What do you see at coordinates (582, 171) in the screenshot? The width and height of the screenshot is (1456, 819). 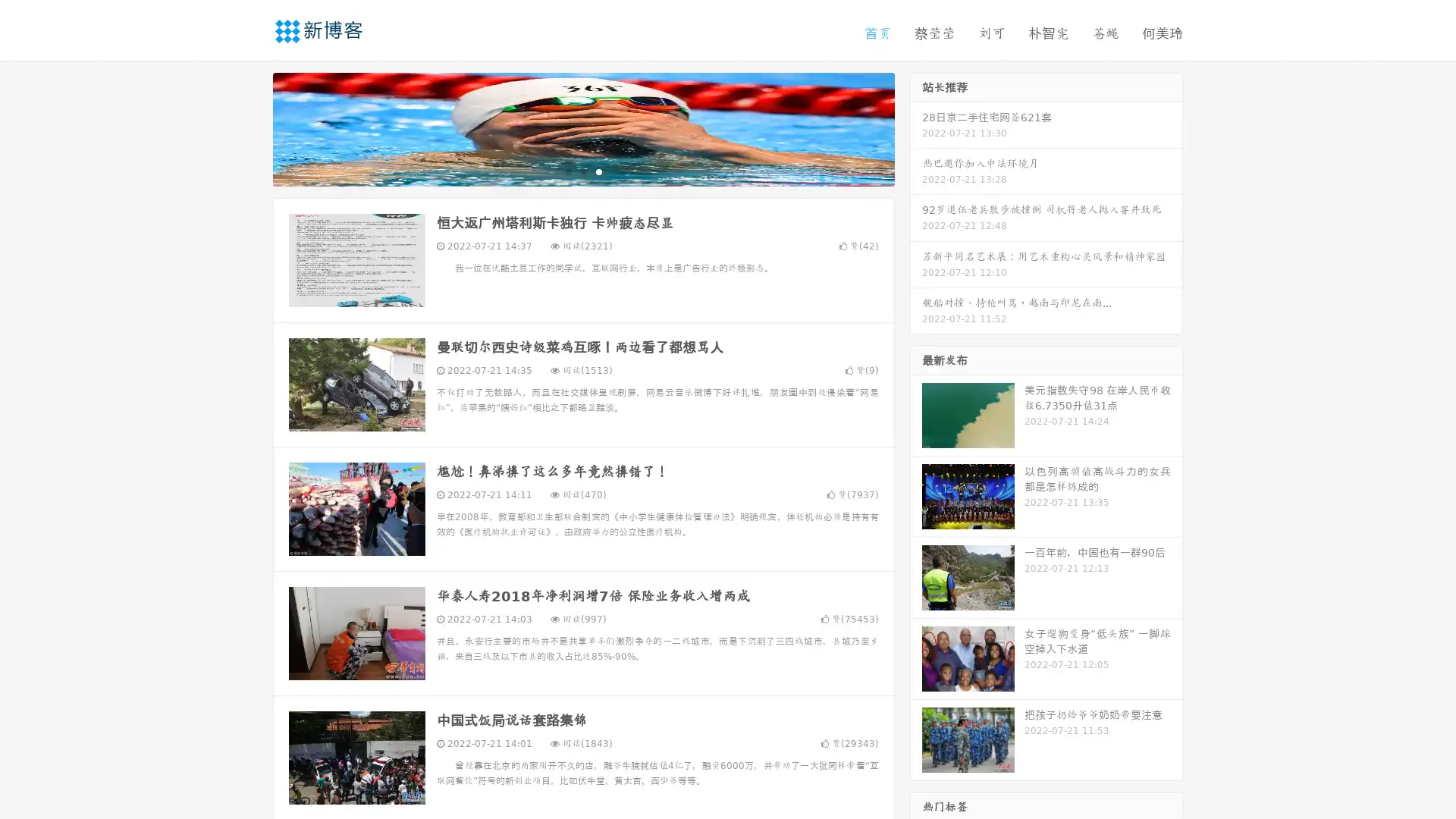 I see `Go to slide 2` at bounding box center [582, 171].